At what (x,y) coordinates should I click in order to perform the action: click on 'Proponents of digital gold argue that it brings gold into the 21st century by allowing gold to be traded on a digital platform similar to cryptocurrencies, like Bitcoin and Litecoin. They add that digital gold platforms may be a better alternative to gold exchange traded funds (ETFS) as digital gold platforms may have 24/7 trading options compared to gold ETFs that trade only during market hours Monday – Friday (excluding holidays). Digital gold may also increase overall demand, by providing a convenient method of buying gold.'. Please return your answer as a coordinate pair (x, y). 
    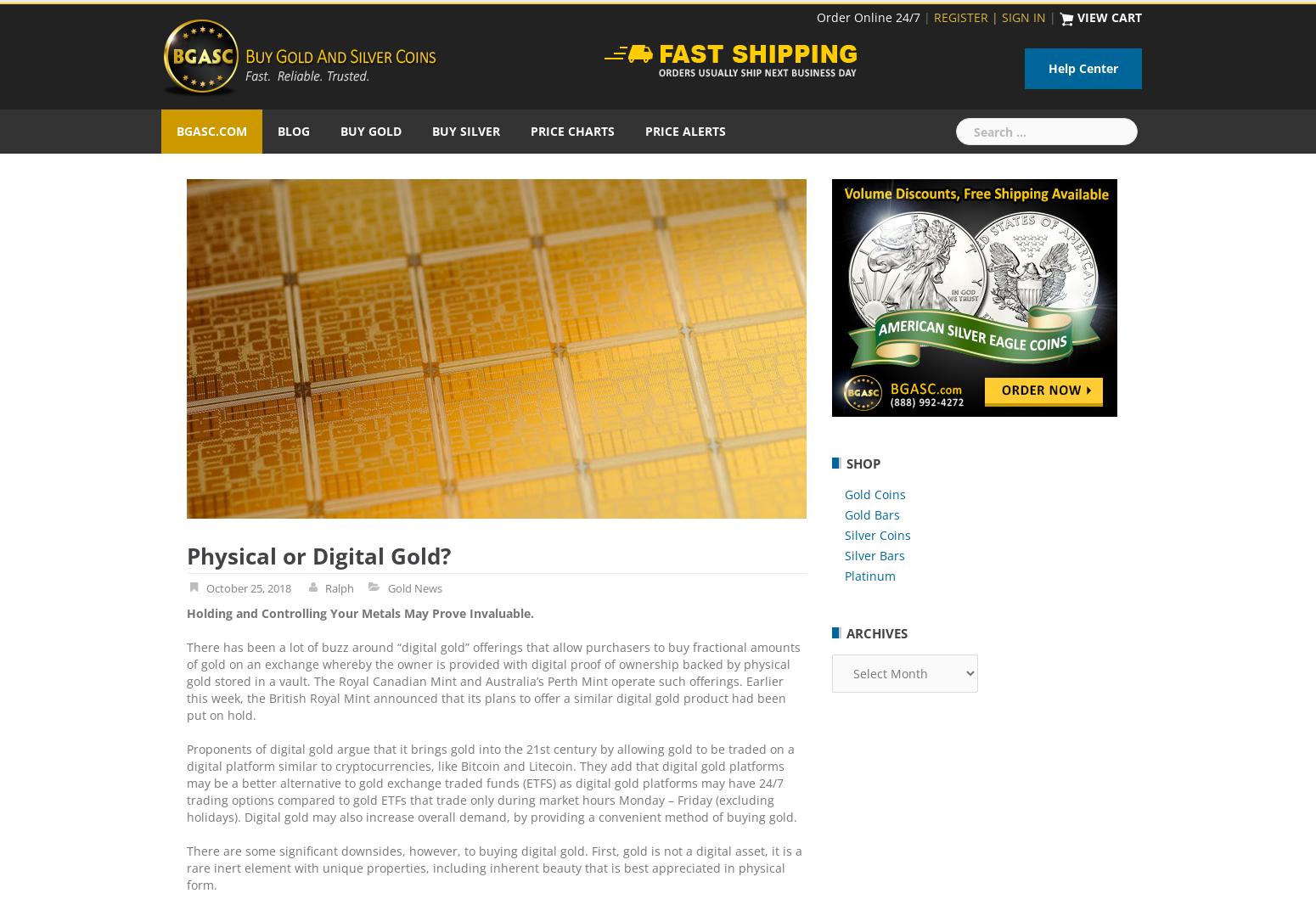
    Looking at the image, I should click on (492, 783).